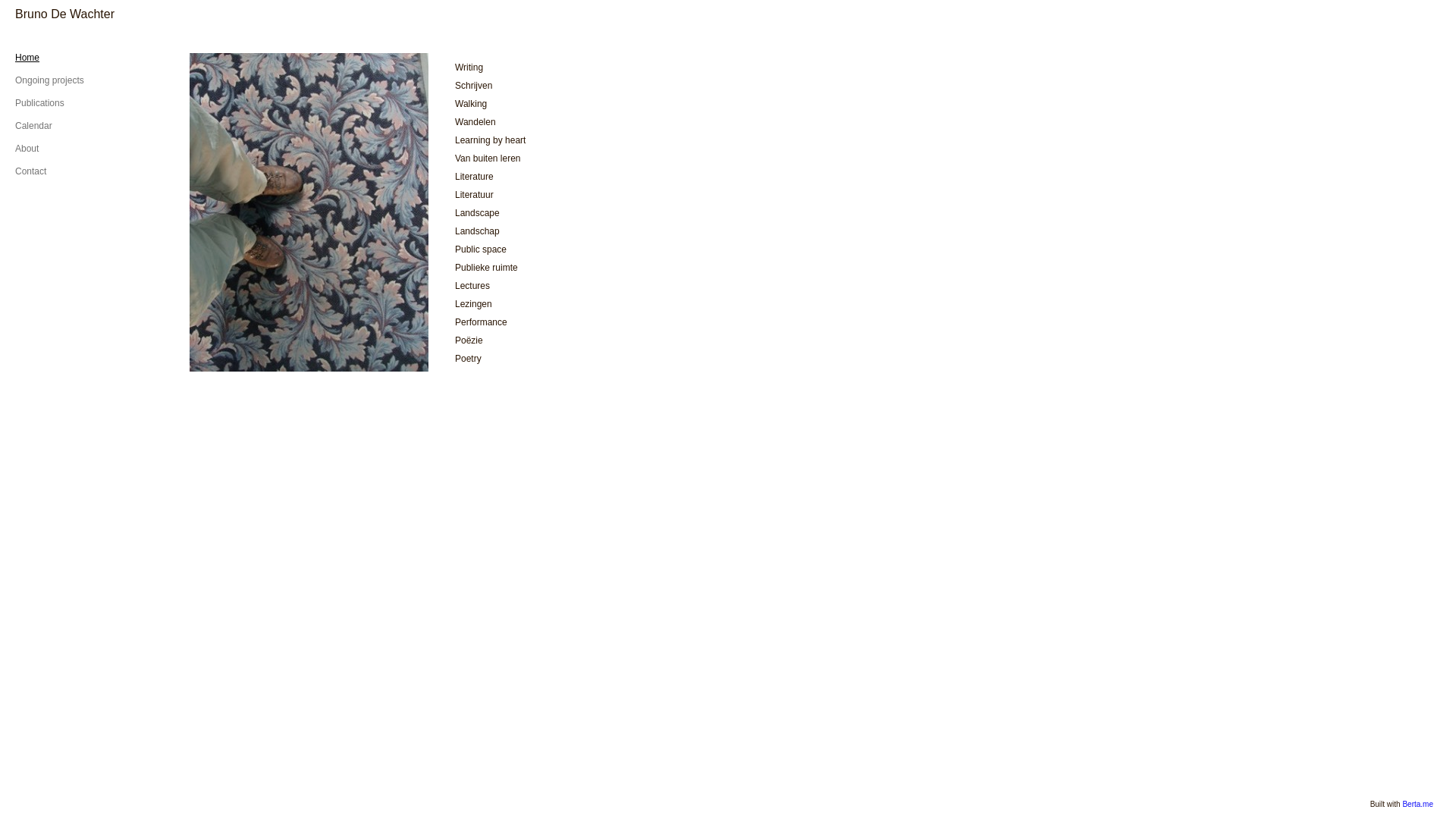 The image size is (1456, 819). Describe the element at coordinates (39, 102) in the screenshot. I see `'Publications'` at that location.